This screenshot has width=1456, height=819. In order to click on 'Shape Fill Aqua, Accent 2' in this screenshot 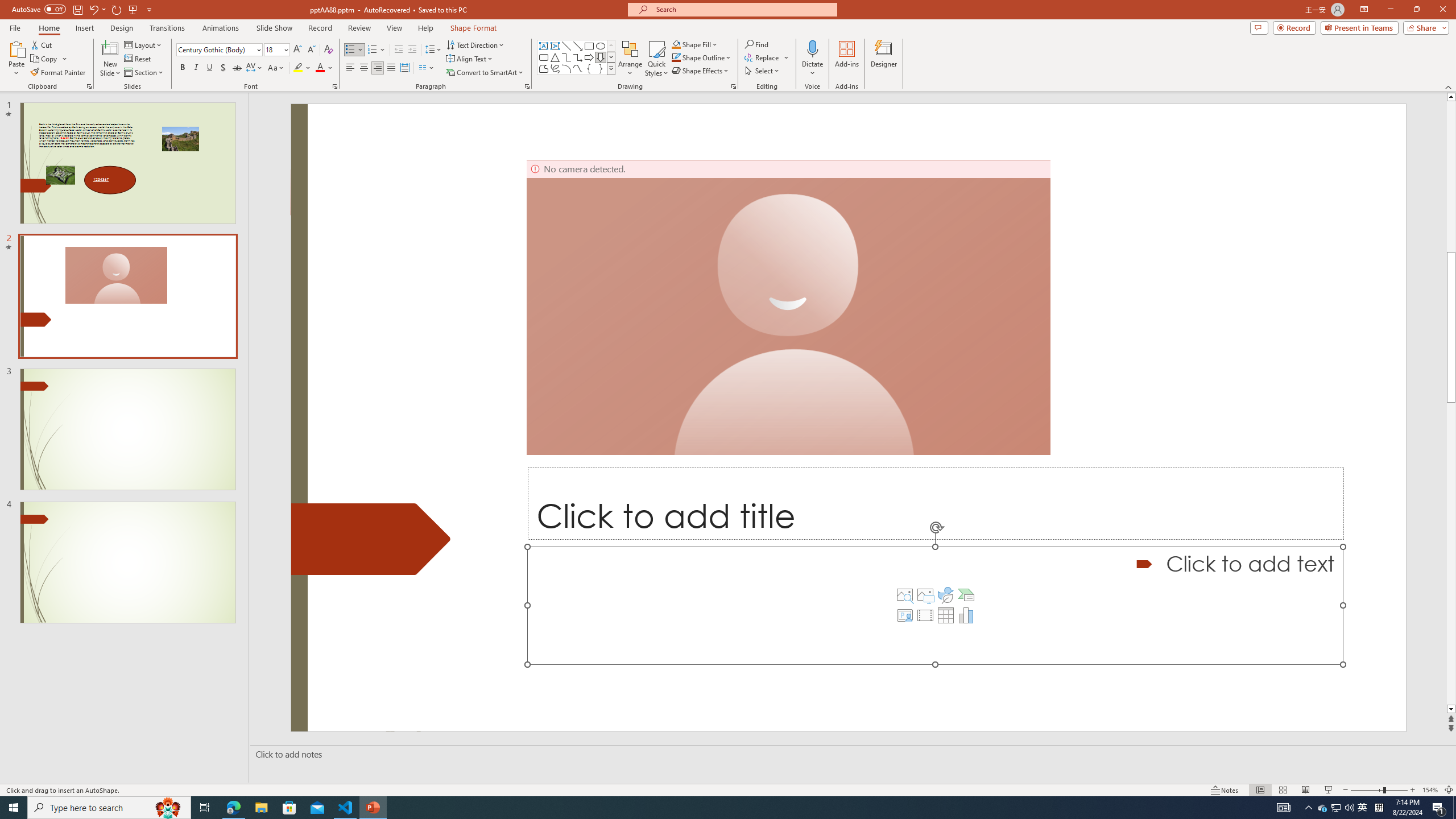, I will do `click(676, 44)`.